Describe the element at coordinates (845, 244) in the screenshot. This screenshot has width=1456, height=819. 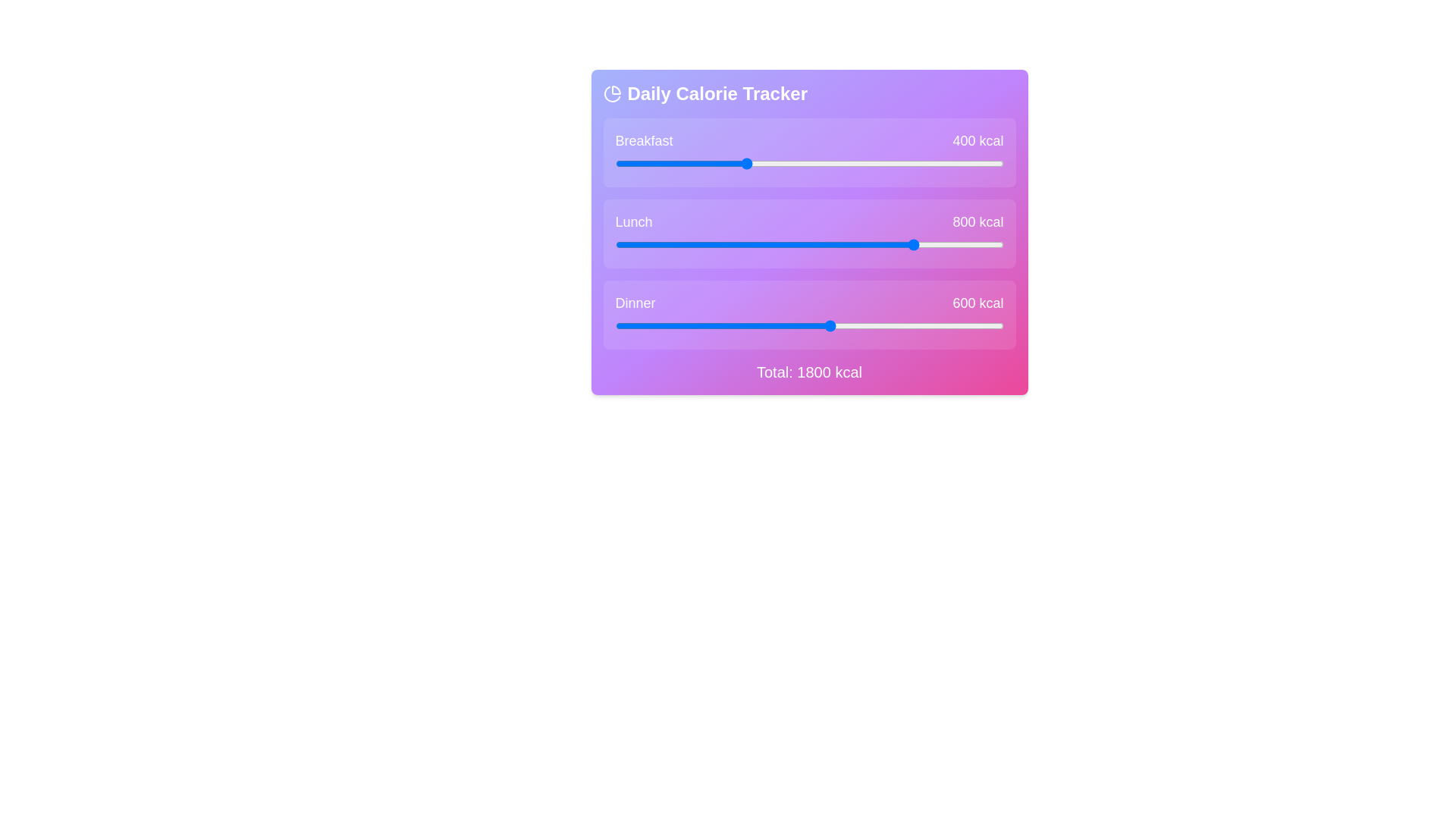
I see `the lunch calorie value` at that location.